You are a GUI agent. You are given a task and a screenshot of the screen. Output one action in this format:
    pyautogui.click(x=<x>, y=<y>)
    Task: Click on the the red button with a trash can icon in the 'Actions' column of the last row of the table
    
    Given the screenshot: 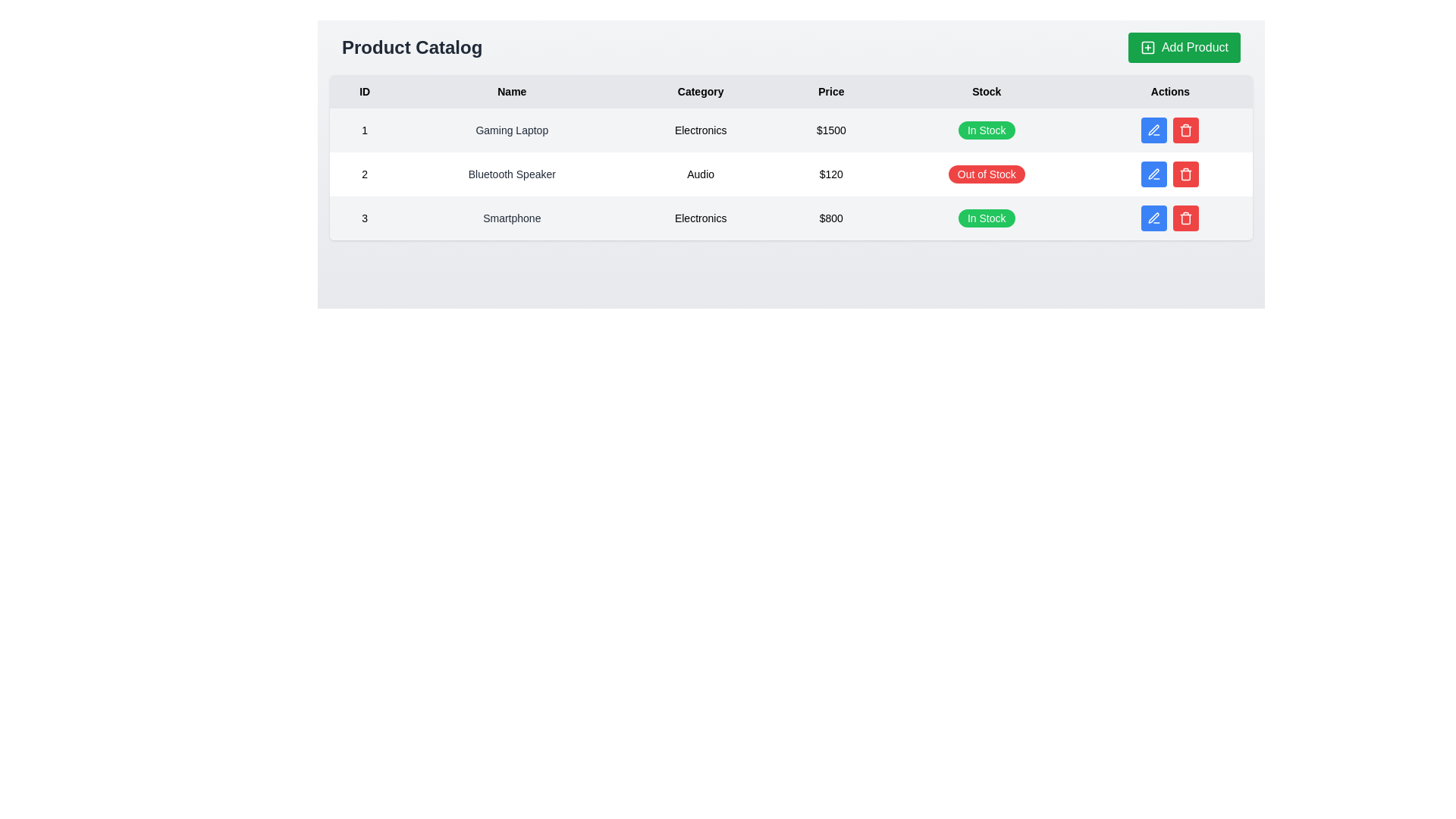 What is the action you would take?
    pyautogui.click(x=1185, y=218)
    